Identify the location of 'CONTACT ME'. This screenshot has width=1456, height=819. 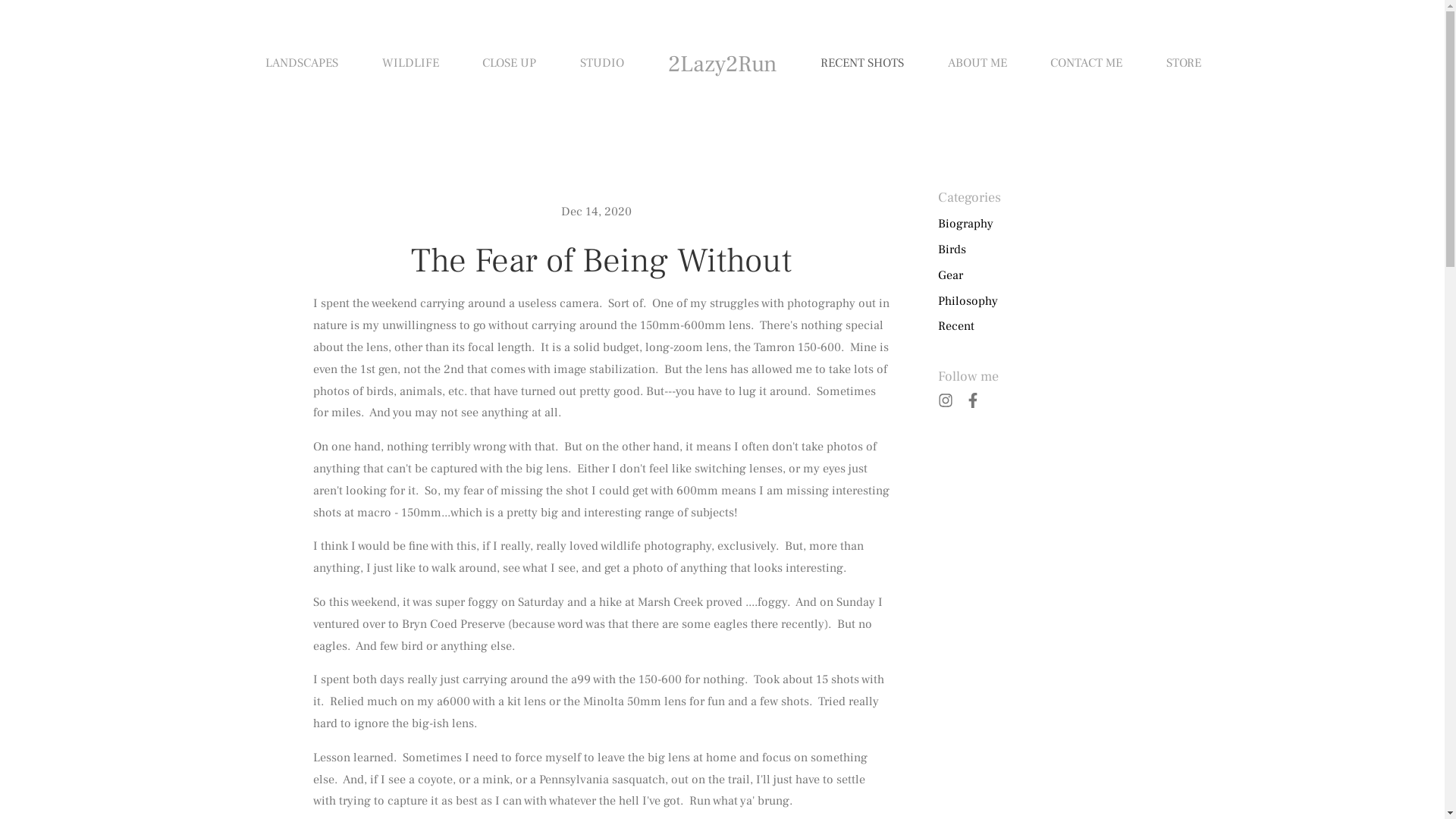
(1085, 63).